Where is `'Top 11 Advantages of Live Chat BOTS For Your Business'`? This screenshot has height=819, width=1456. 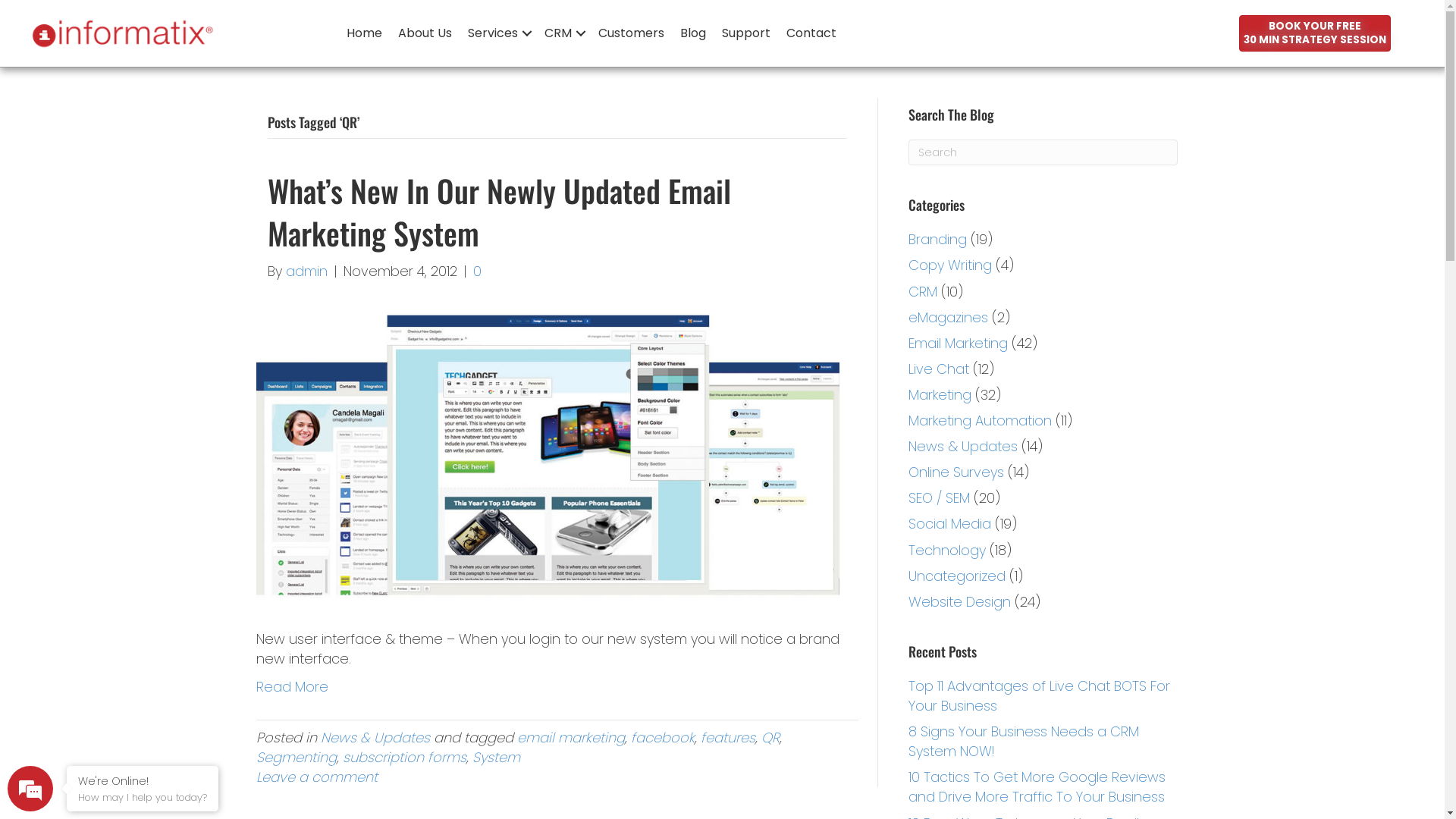
'Top 11 Advantages of Live Chat BOTS For Your Business' is located at coordinates (1038, 695).